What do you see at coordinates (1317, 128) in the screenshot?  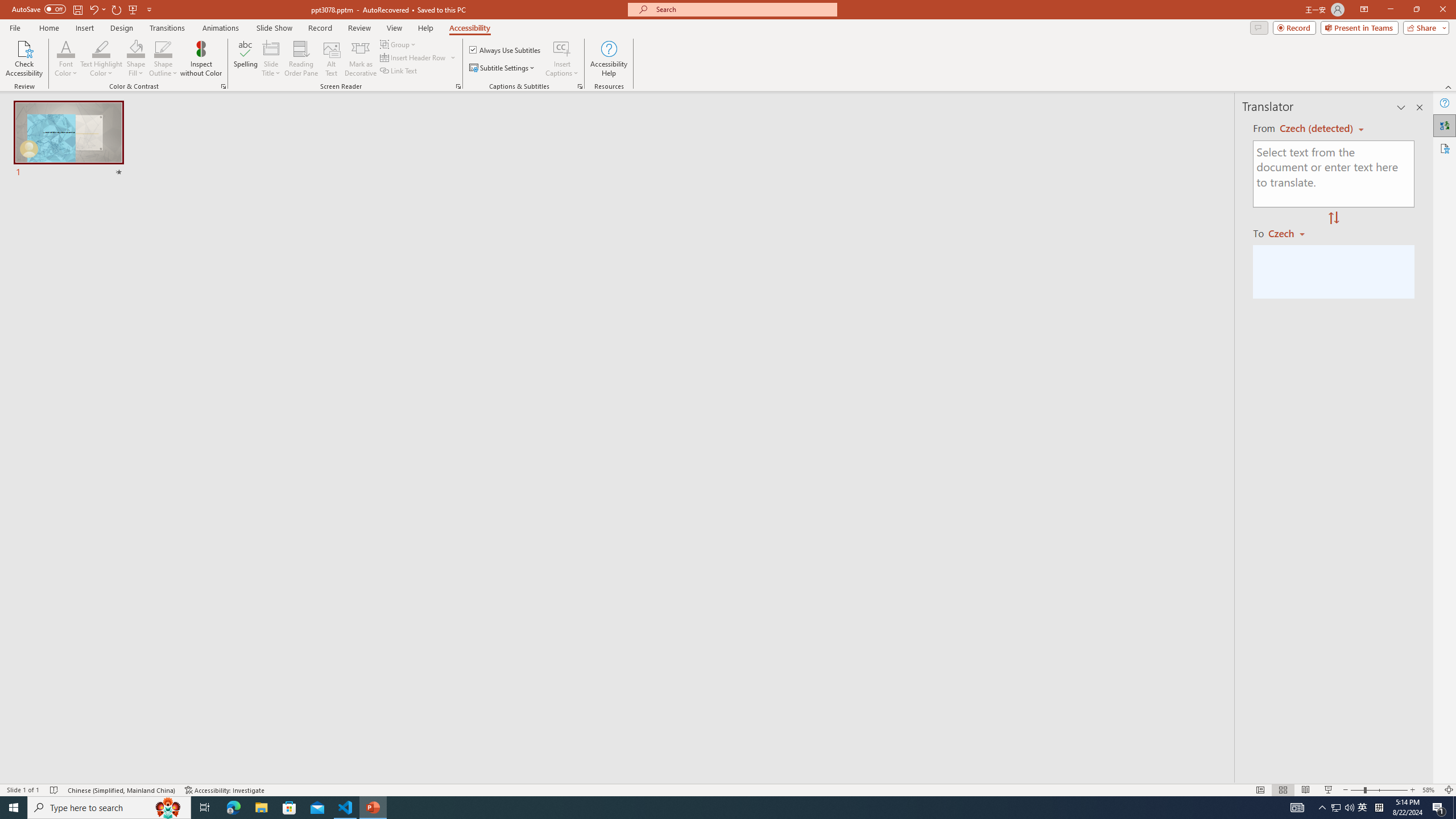 I see `'Czech (detected)'` at bounding box center [1317, 128].